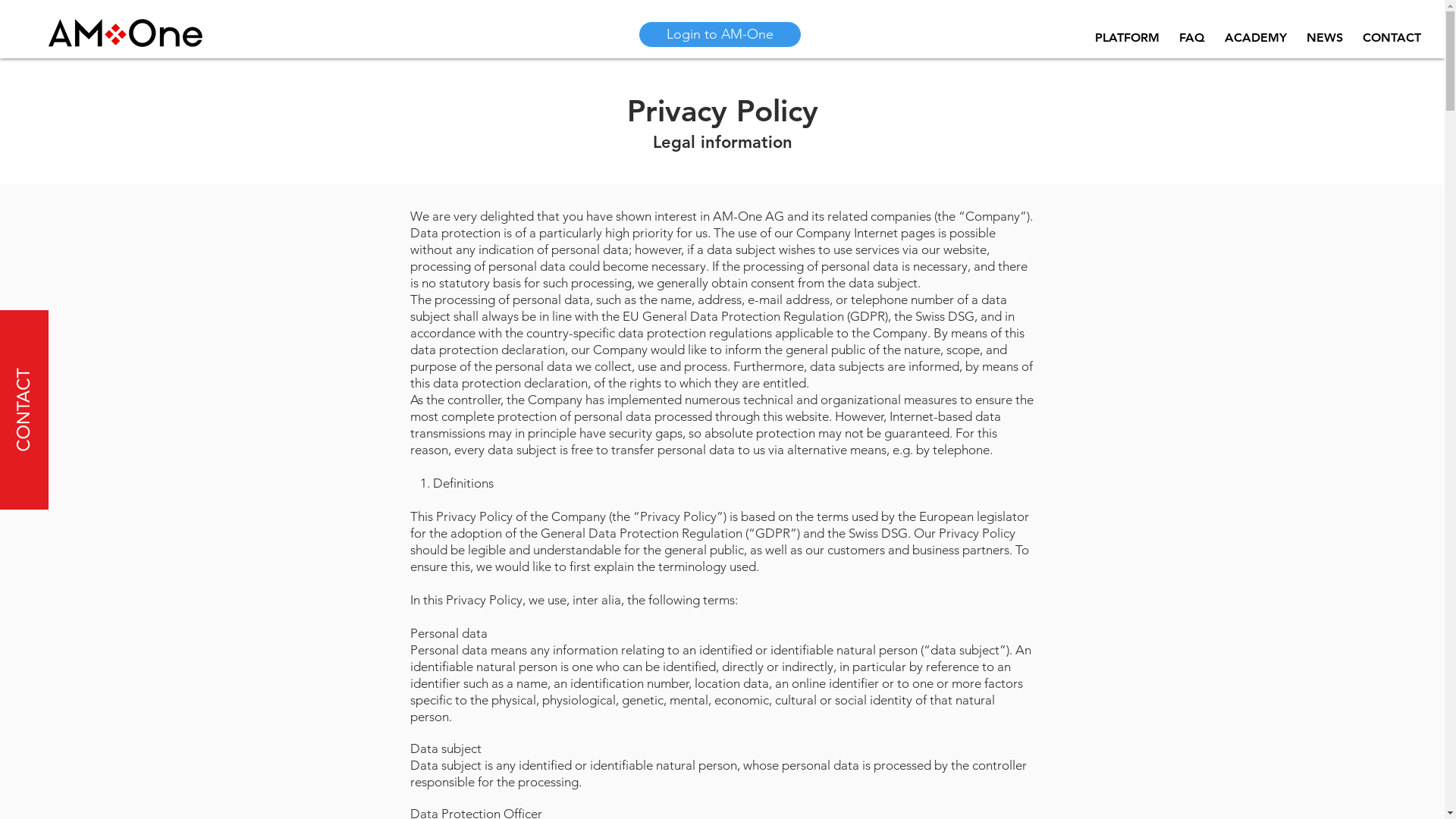 The image size is (1456, 819). Describe the element at coordinates (1191, 37) in the screenshot. I see `'FAQ'` at that location.